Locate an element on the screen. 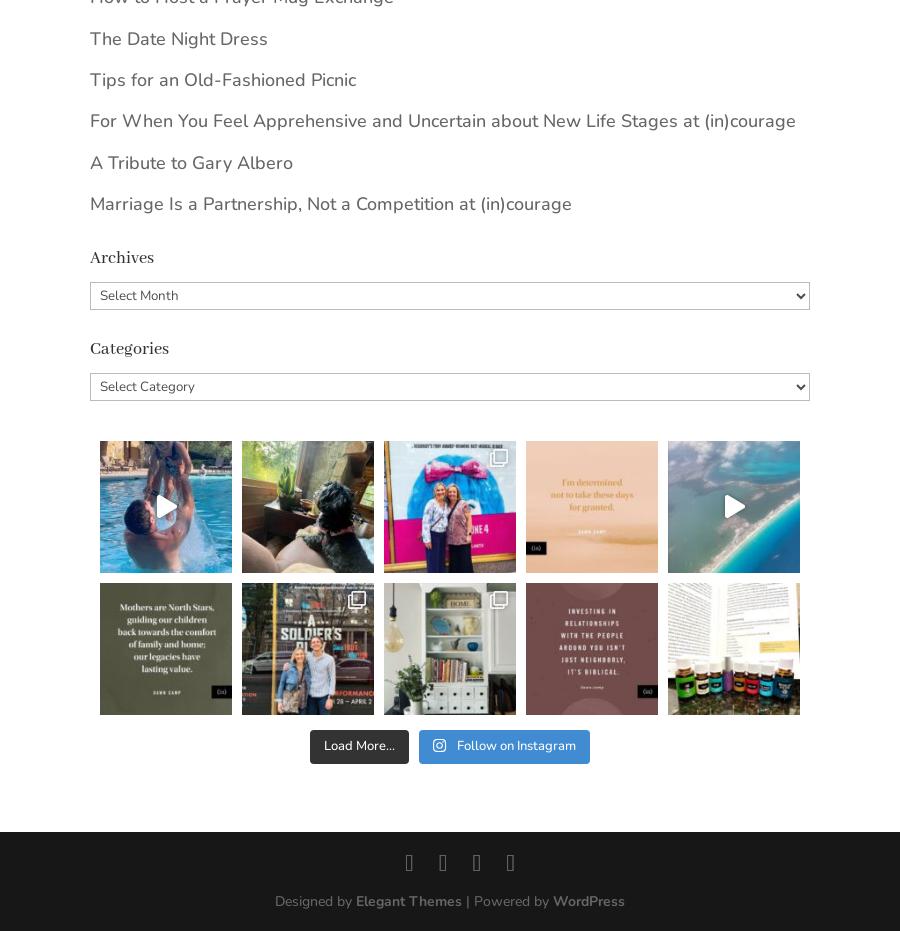 The height and width of the screenshot is (931, 900). 'A Tribute to Gary Albero' is located at coordinates (191, 160).